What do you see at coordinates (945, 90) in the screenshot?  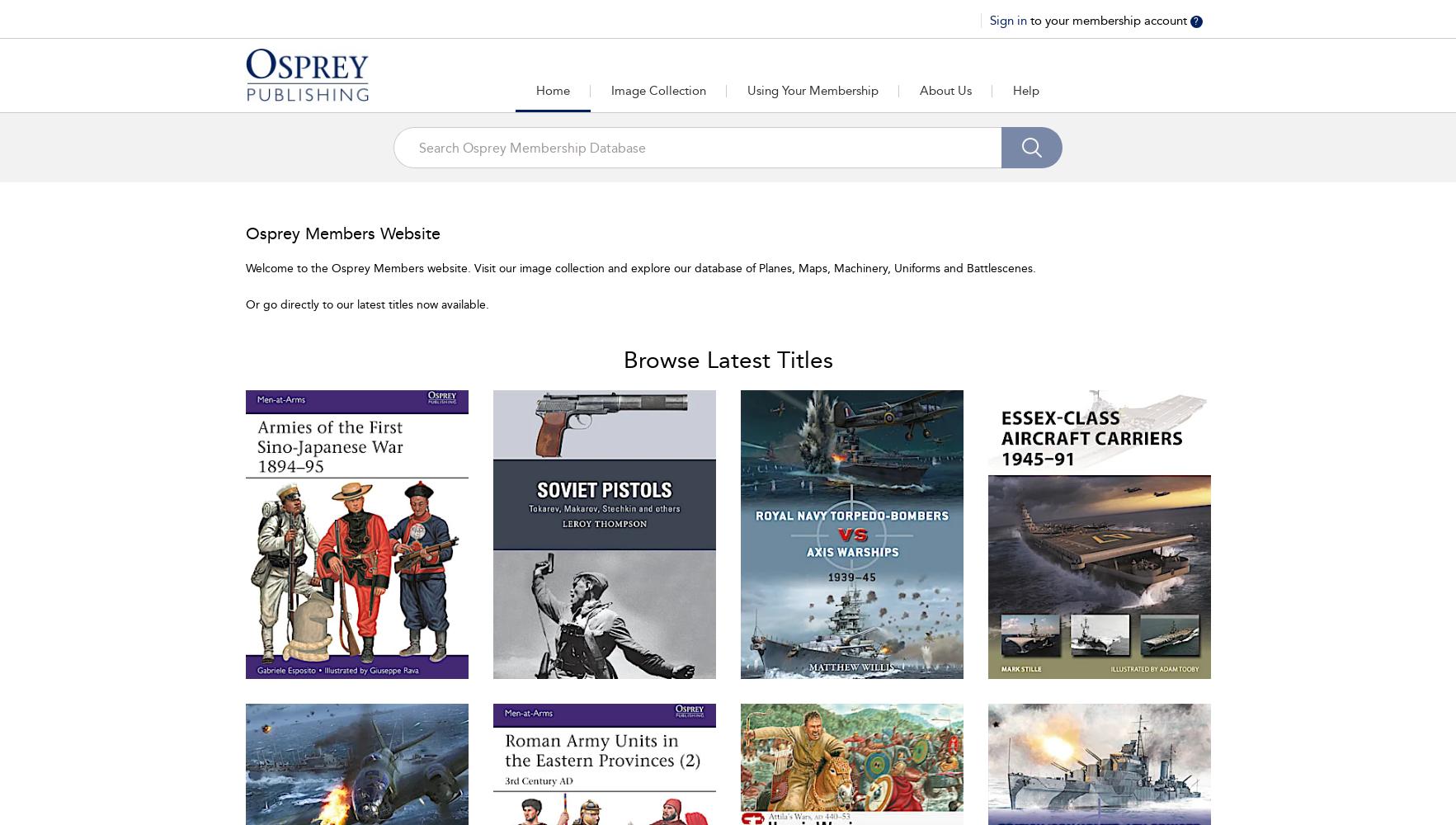 I see `'About Us'` at bounding box center [945, 90].